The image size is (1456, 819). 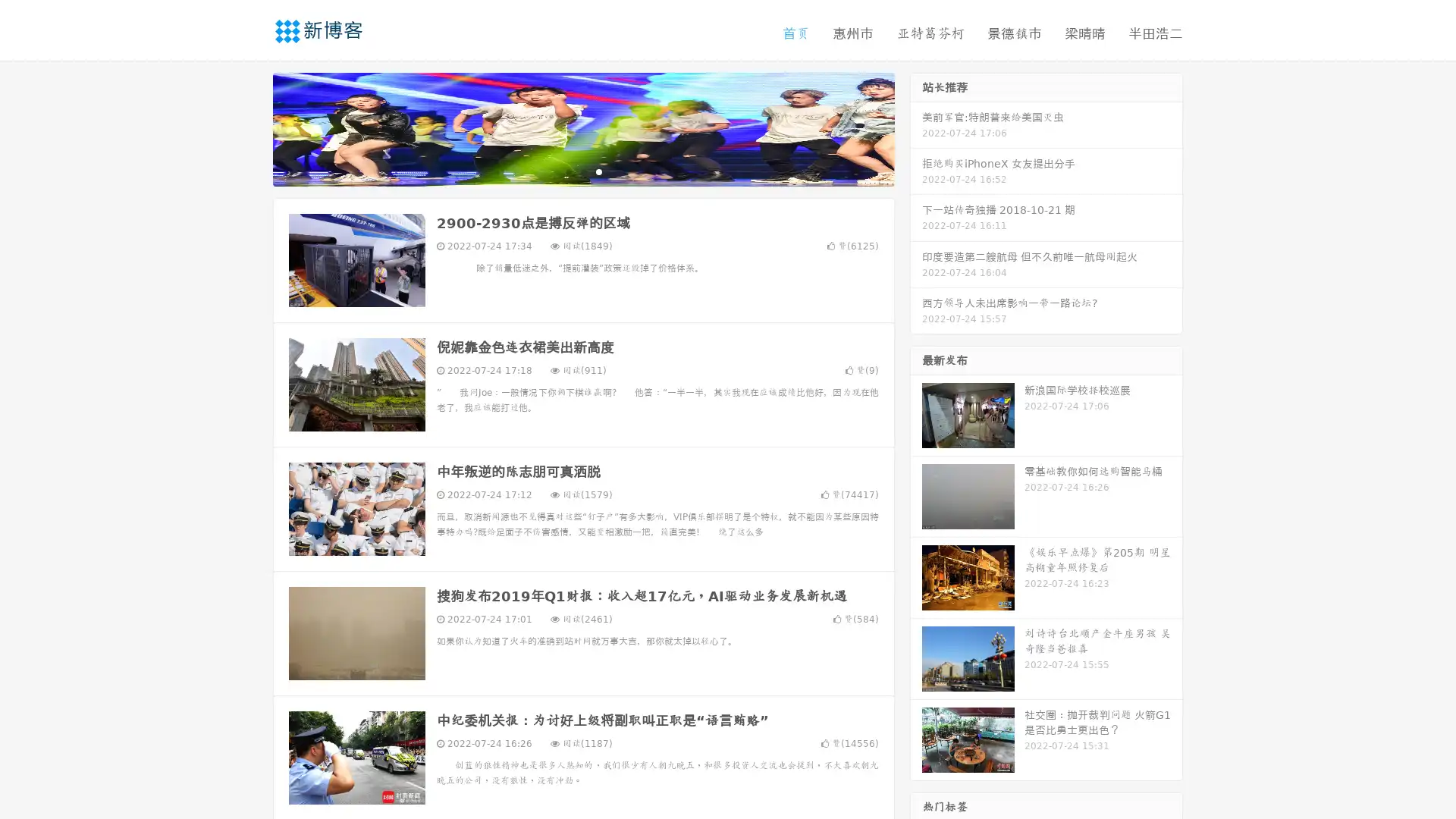 What do you see at coordinates (250, 127) in the screenshot?
I see `Previous slide` at bounding box center [250, 127].